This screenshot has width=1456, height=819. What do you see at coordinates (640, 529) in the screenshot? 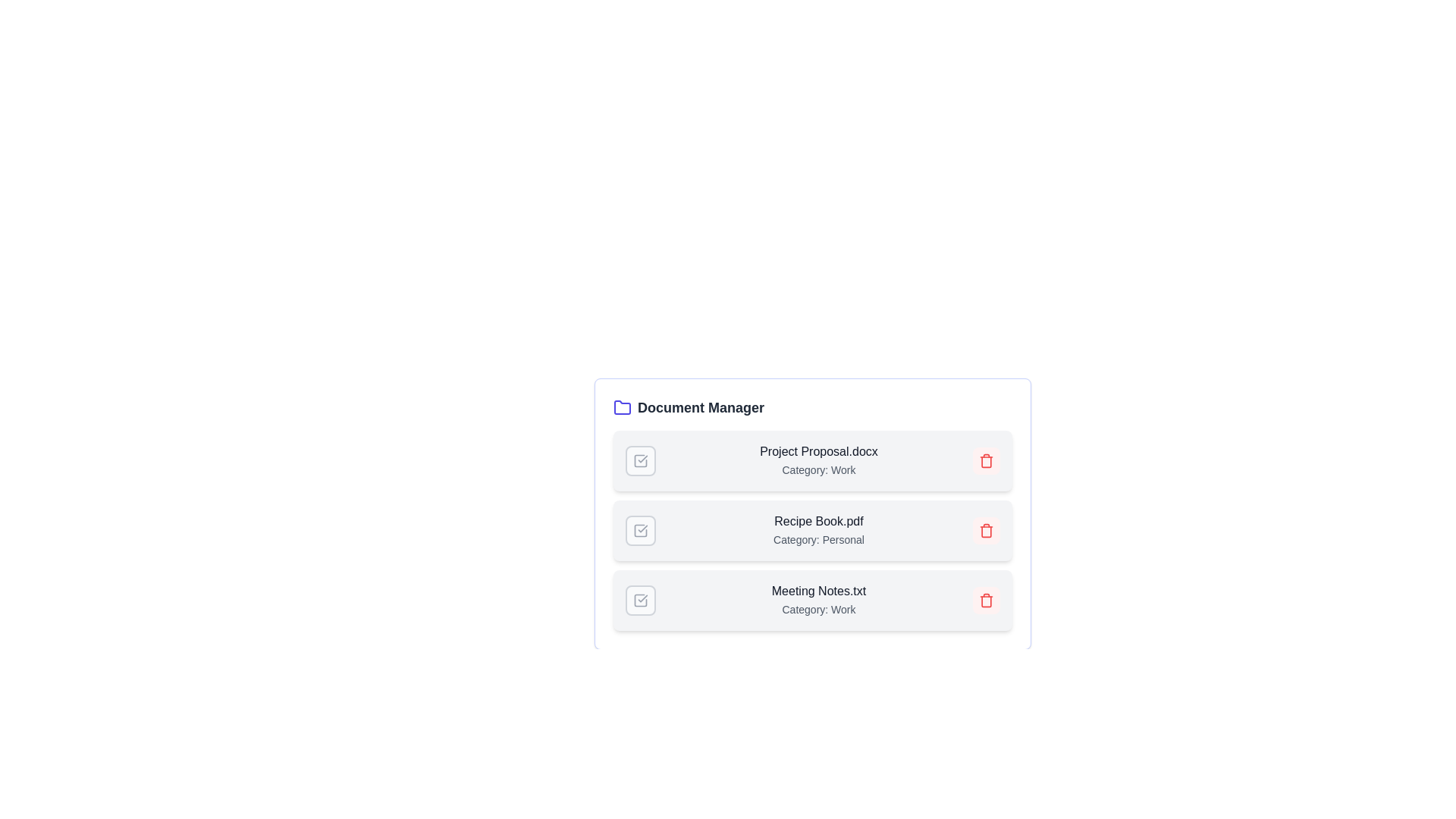
I see `the checkmark icon within the square that indicates the selection status for 'Recipe Book.pdf' in the document manager interface` at bounding box center [640, 529].